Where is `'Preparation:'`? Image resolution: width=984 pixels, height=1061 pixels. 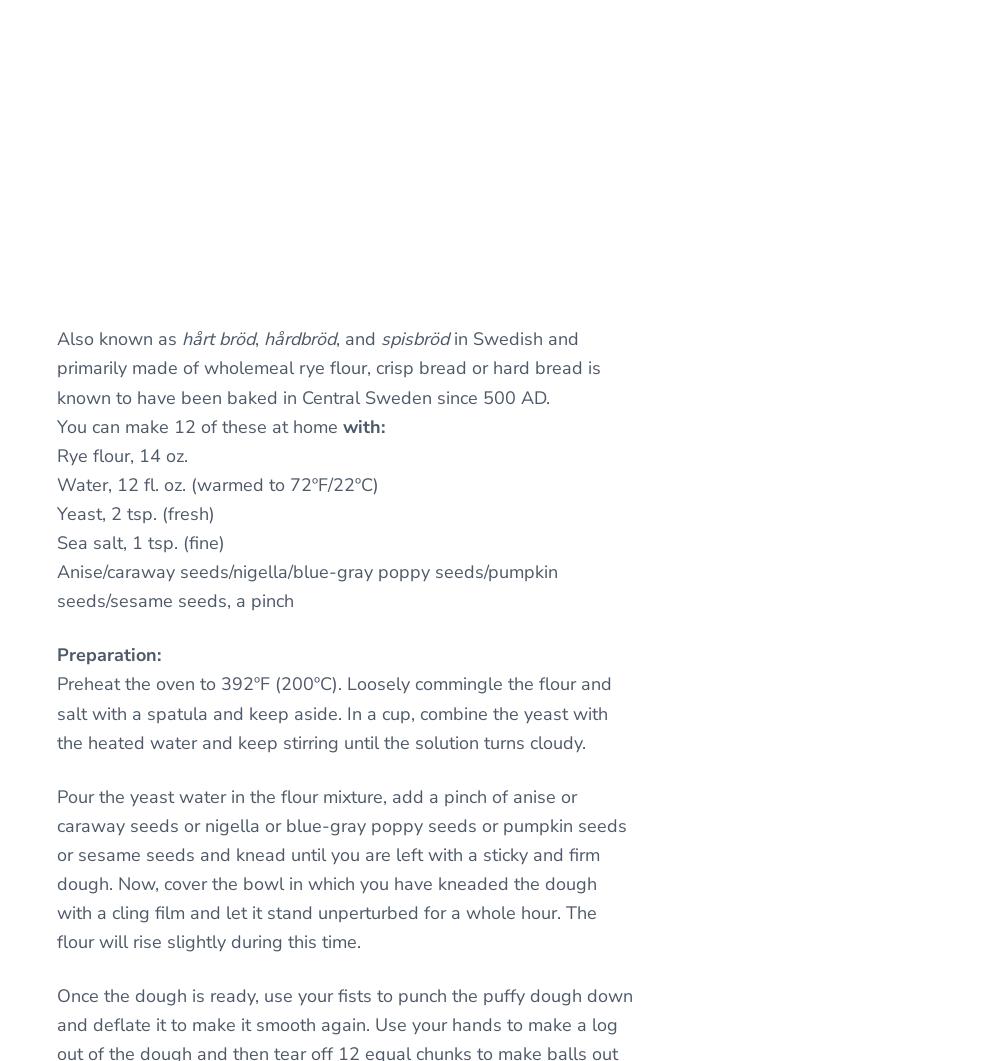
'Preparation:' is located at coordinates (108, 653).